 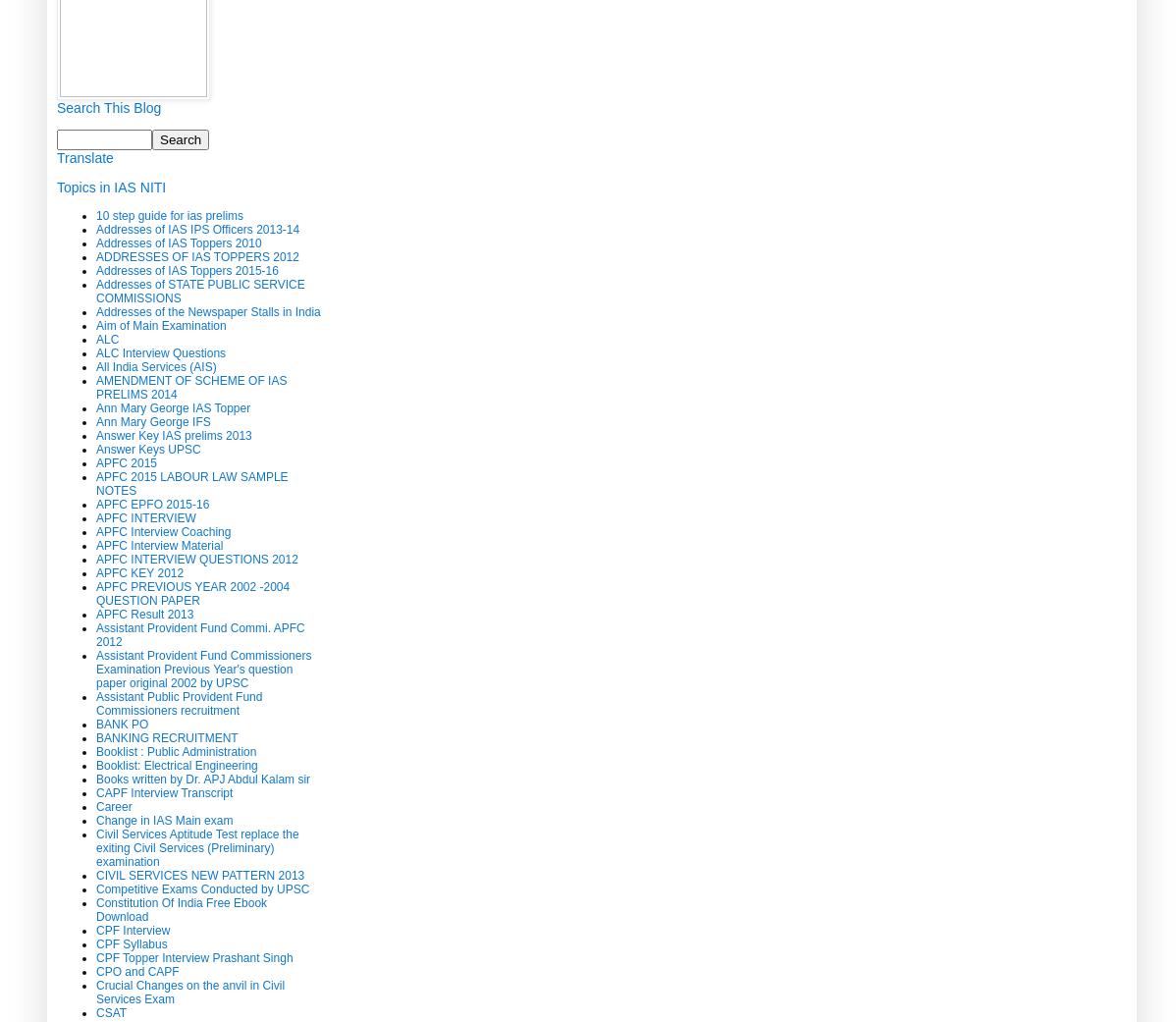 I want to click on 'Search This Blog', so click(x=56, y=106).